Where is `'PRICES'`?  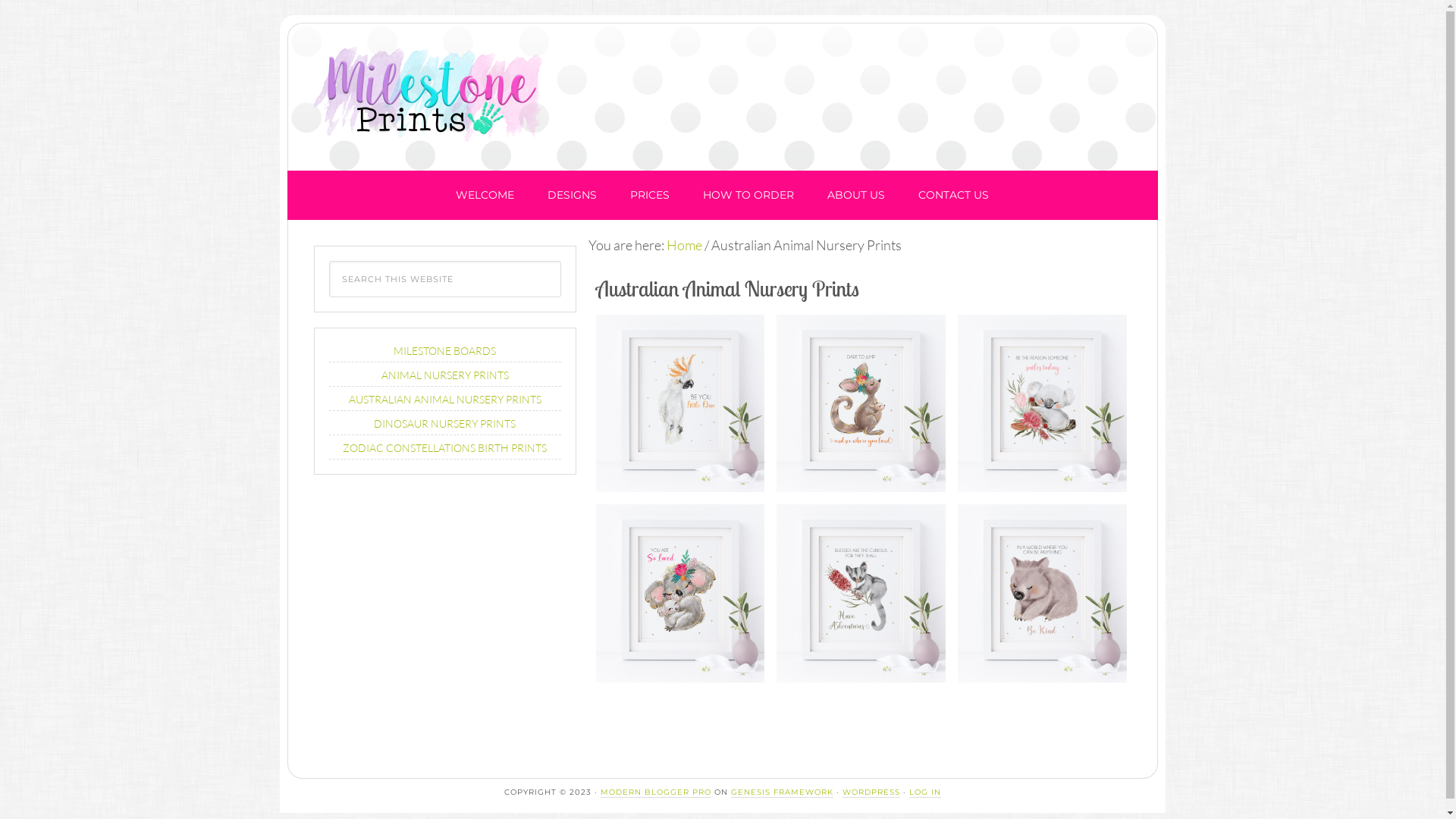
'PRICES' is located at coordinates (650, 194).